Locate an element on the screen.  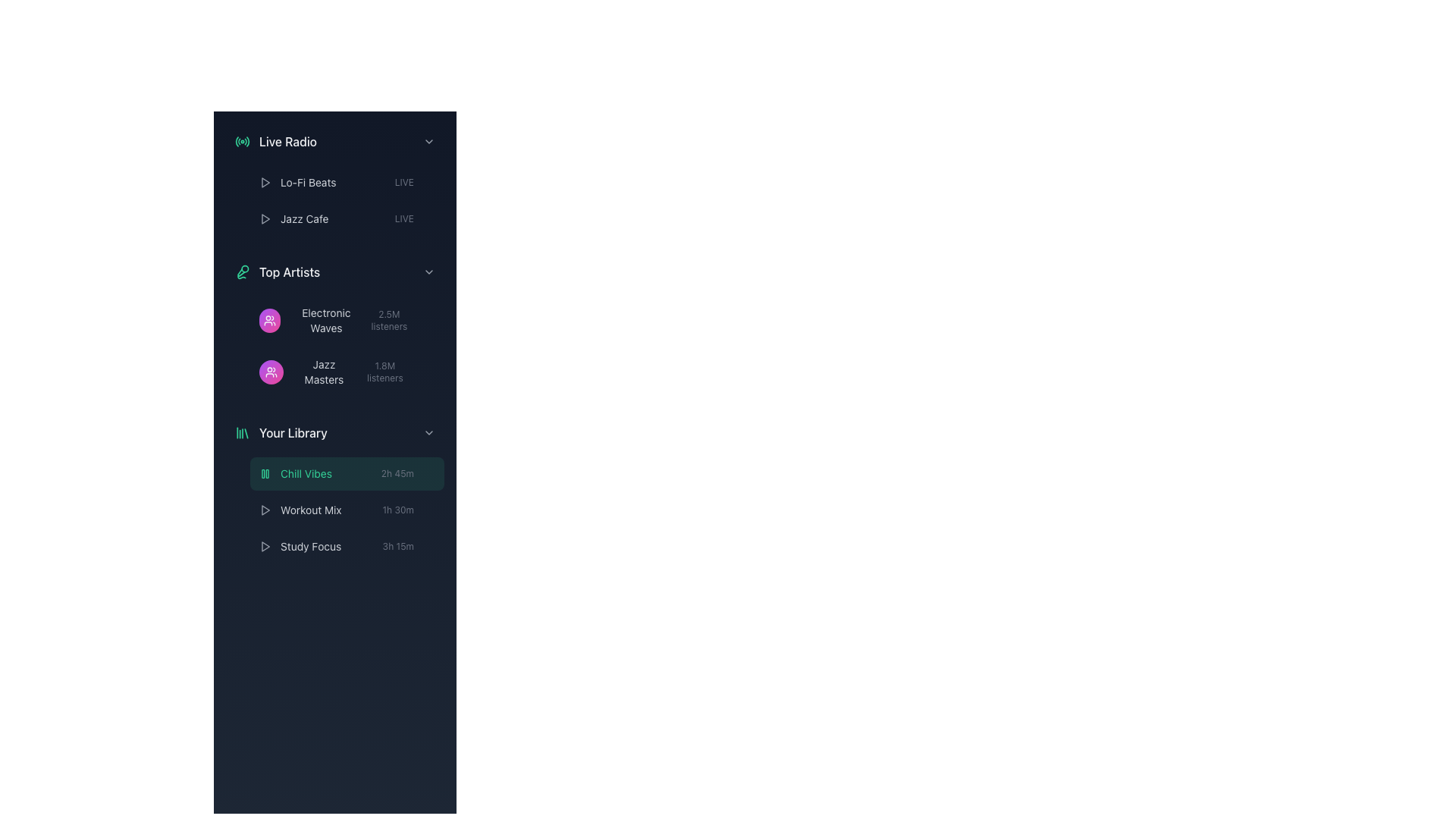
the 'LIVE' status Text Label located in the 'Live Radio' section, which is positioned to the right of the 'Jazz Cafe' item is located at coordinates (404, 181).